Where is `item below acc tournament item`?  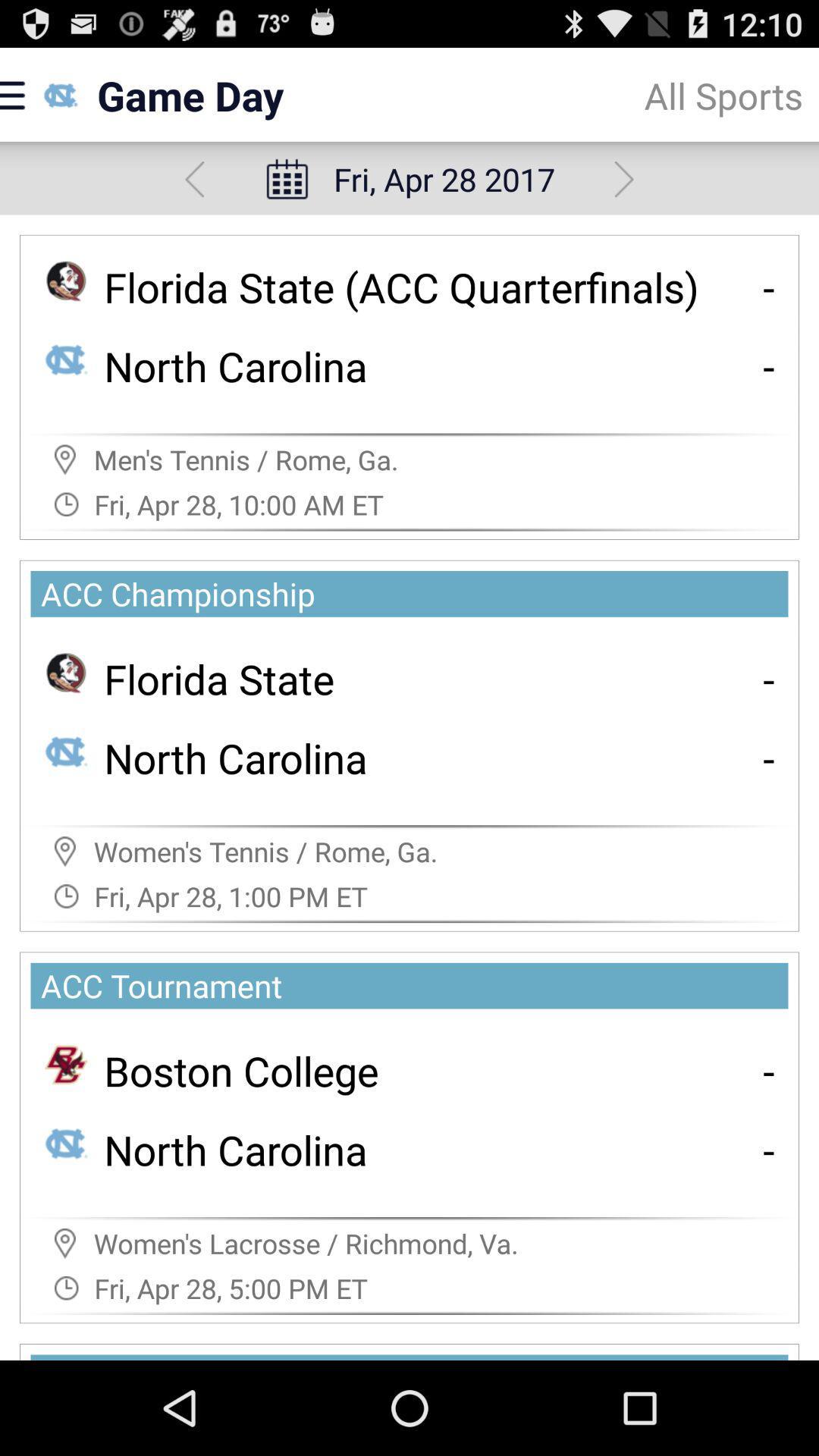
item below acc tournament item is located at coordinates (769, 1069).